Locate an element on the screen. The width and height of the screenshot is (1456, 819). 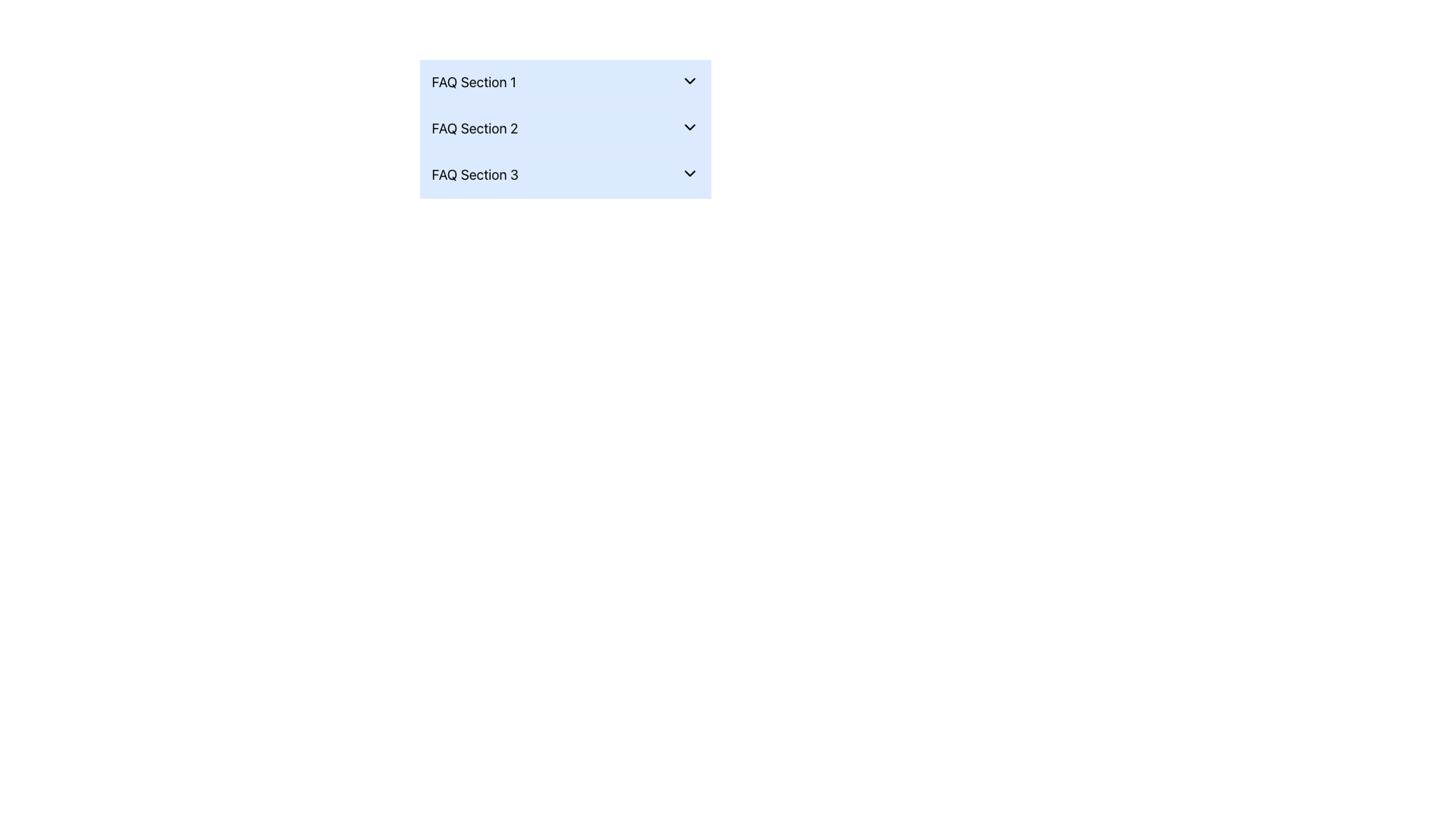
the text label that serves as a clickable trigger for the first FAQ item is located at coordinates (473, 82).